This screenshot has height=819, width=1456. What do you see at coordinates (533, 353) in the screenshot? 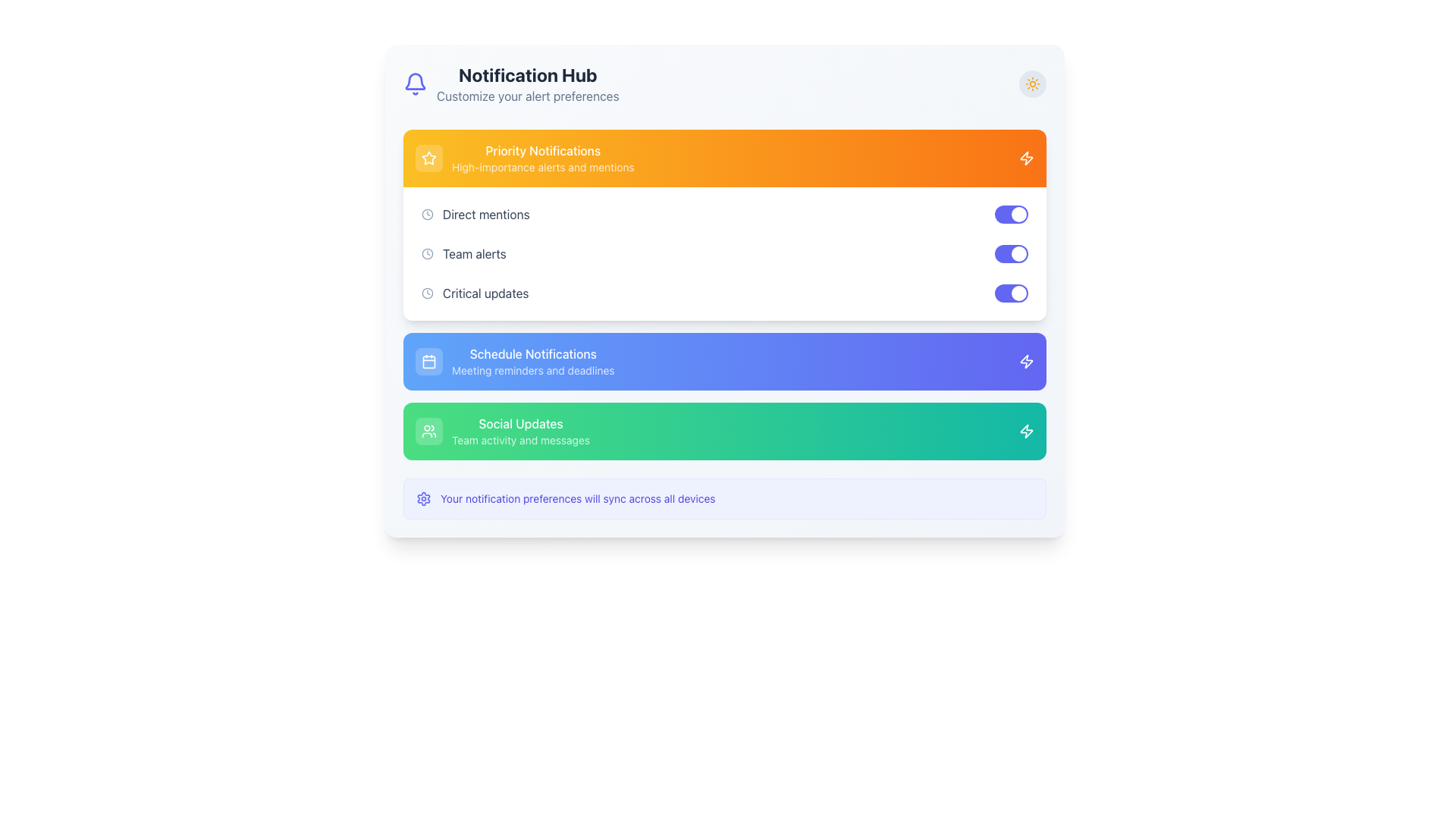
I see `the text label that indicates the scheduling notifications section in the notification settings, located beneath the 'Priority Notifications' and above 'Social Updates'` at bounding box center [533, 353].